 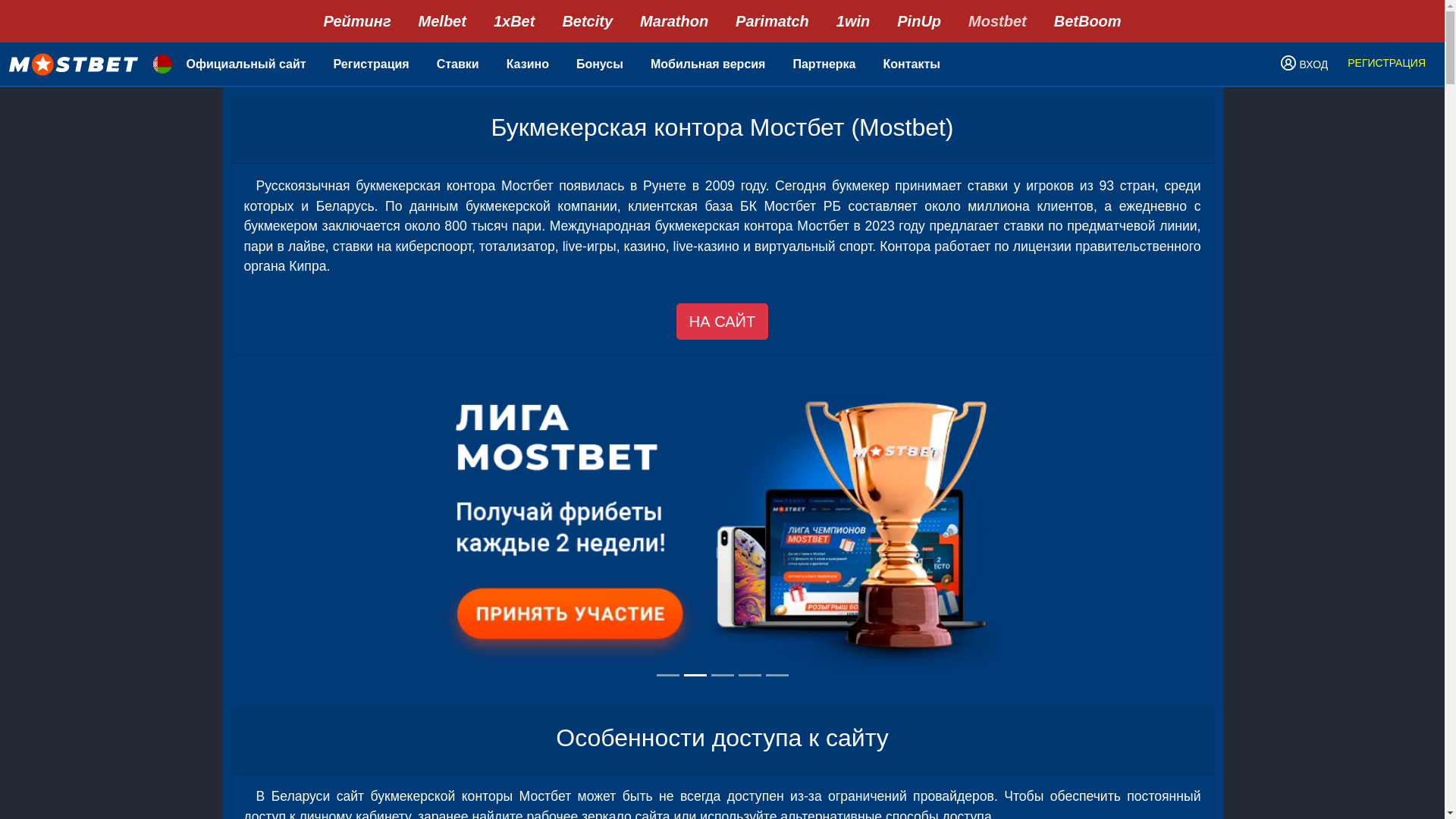 I want to click on 'PinUp', so click(x=918, y=20).